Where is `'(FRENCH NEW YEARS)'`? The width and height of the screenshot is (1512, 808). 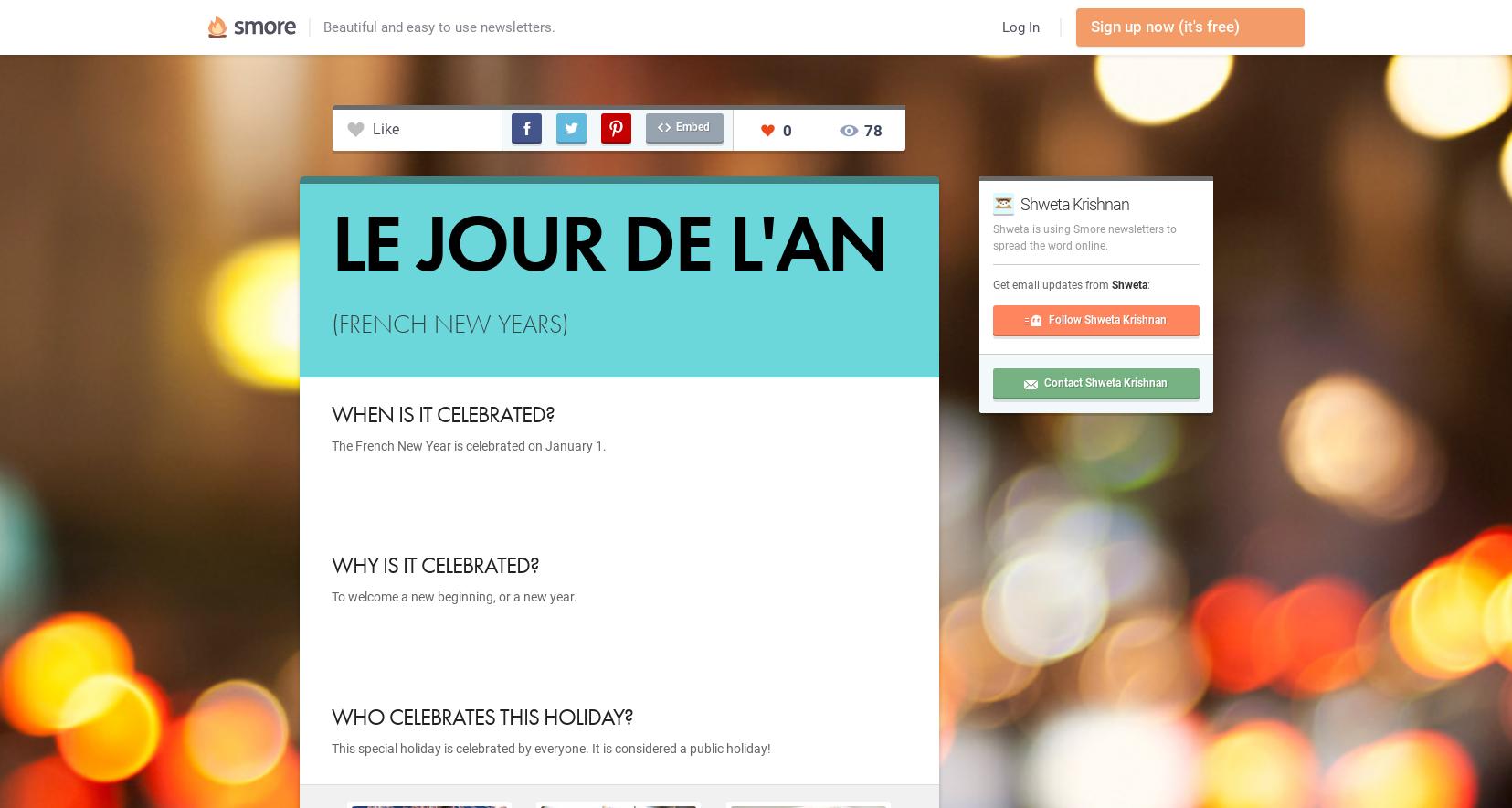
'(FRENCH NEW YEARS)' is located at coordinates (449, 324).